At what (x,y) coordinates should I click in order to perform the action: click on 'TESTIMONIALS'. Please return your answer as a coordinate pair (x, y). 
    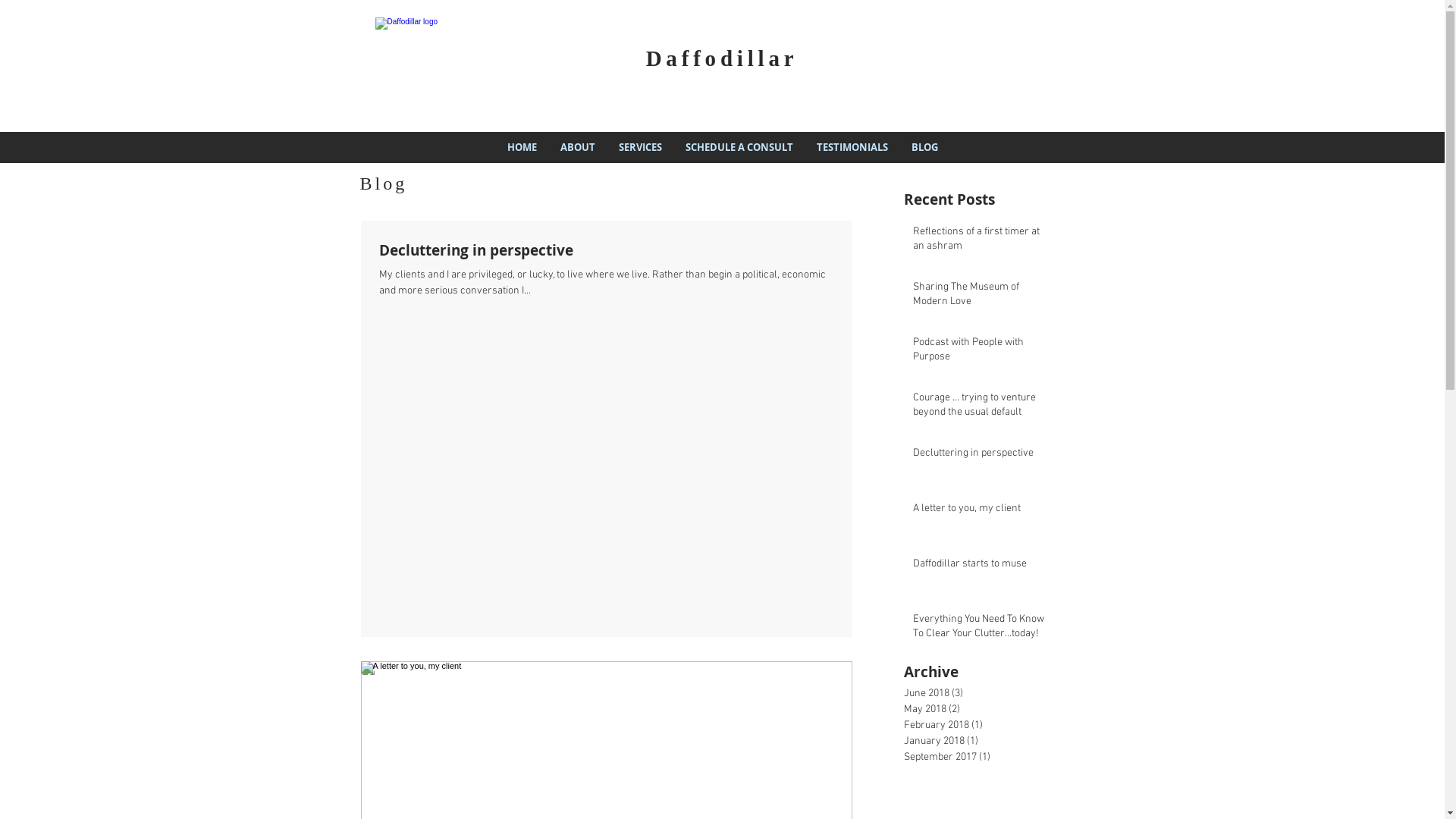
    Looking at the image, I should click on (852, 147).